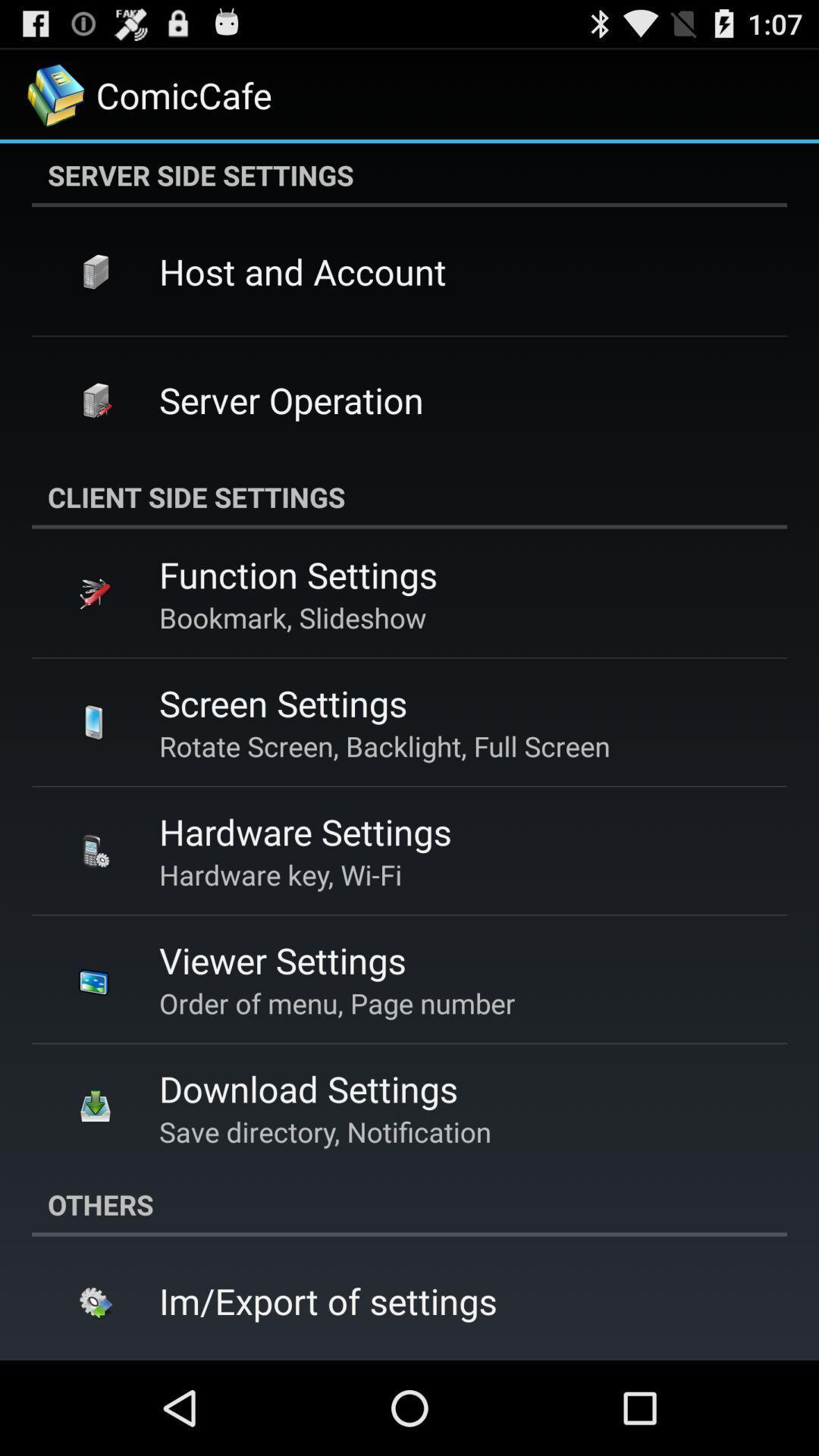 This screenshot has width=819, height=1456. What do you see at coordinates (281, 874) in the screenshot?
I see `the hardware key wi item` at bounding box center [281, 874].